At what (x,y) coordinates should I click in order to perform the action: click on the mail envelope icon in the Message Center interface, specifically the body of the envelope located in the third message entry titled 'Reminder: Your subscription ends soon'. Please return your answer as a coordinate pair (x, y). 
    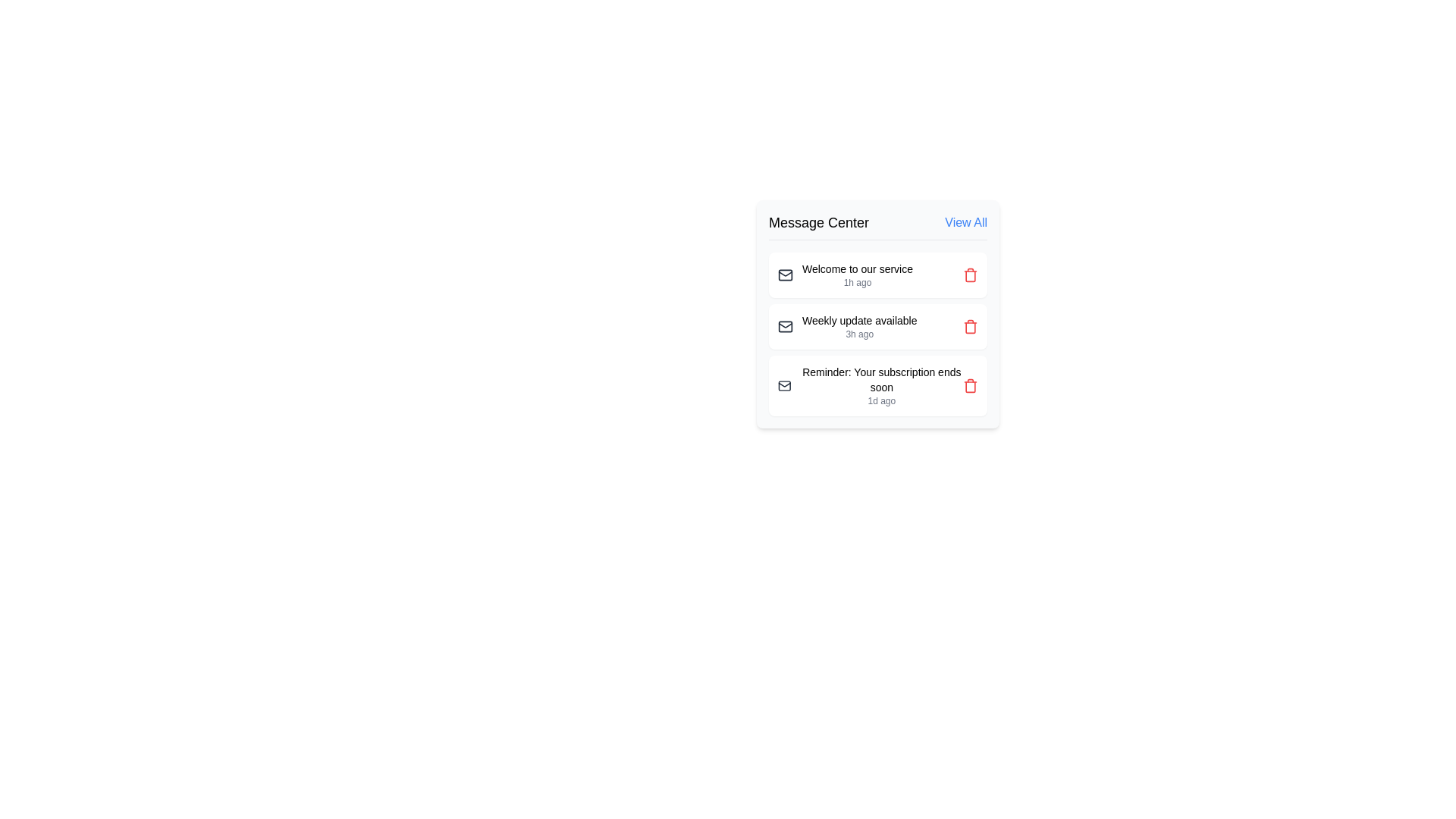
    Looking at the image, I should click on (784, 385).